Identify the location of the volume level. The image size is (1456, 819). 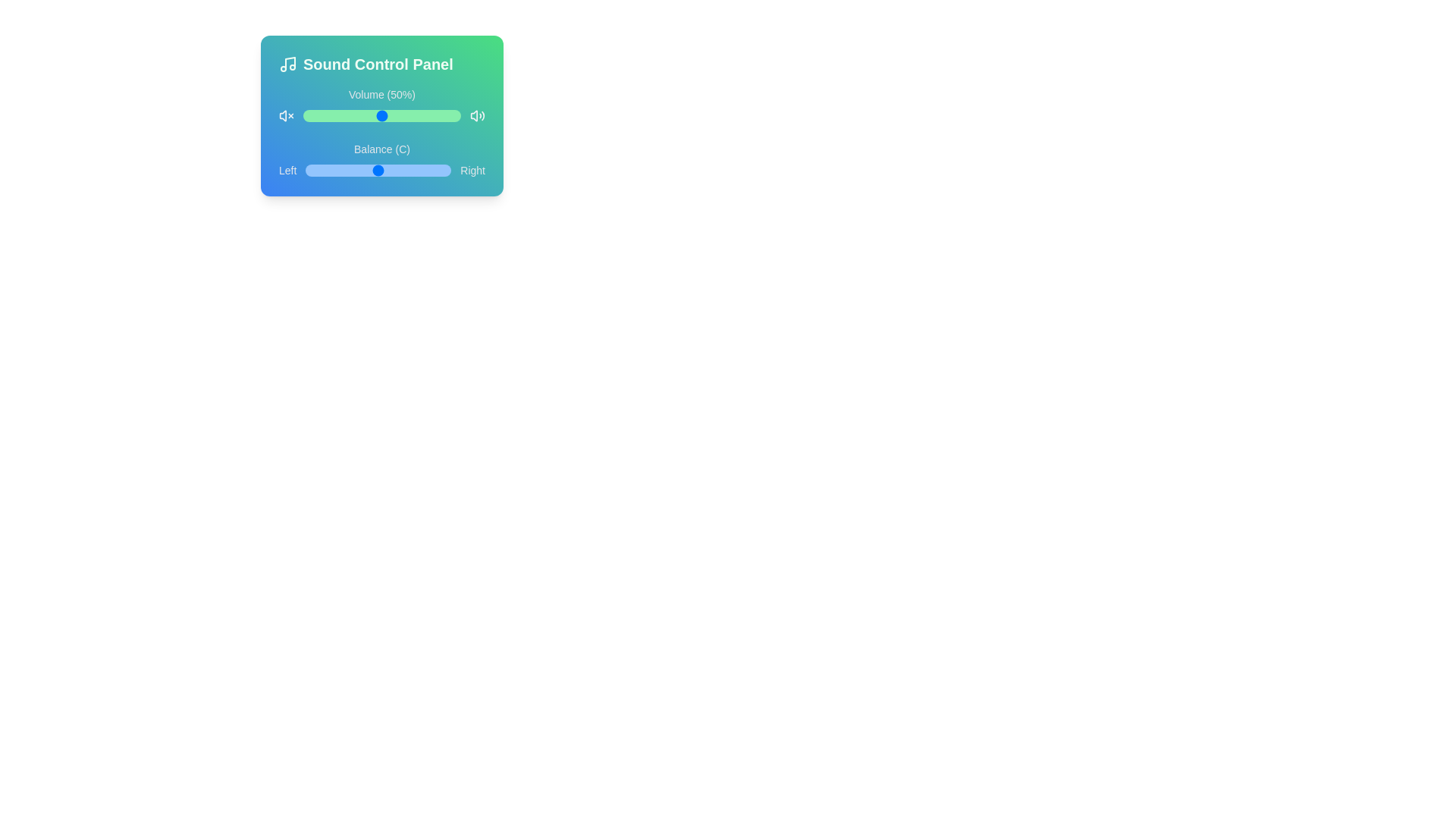
(447, 115).